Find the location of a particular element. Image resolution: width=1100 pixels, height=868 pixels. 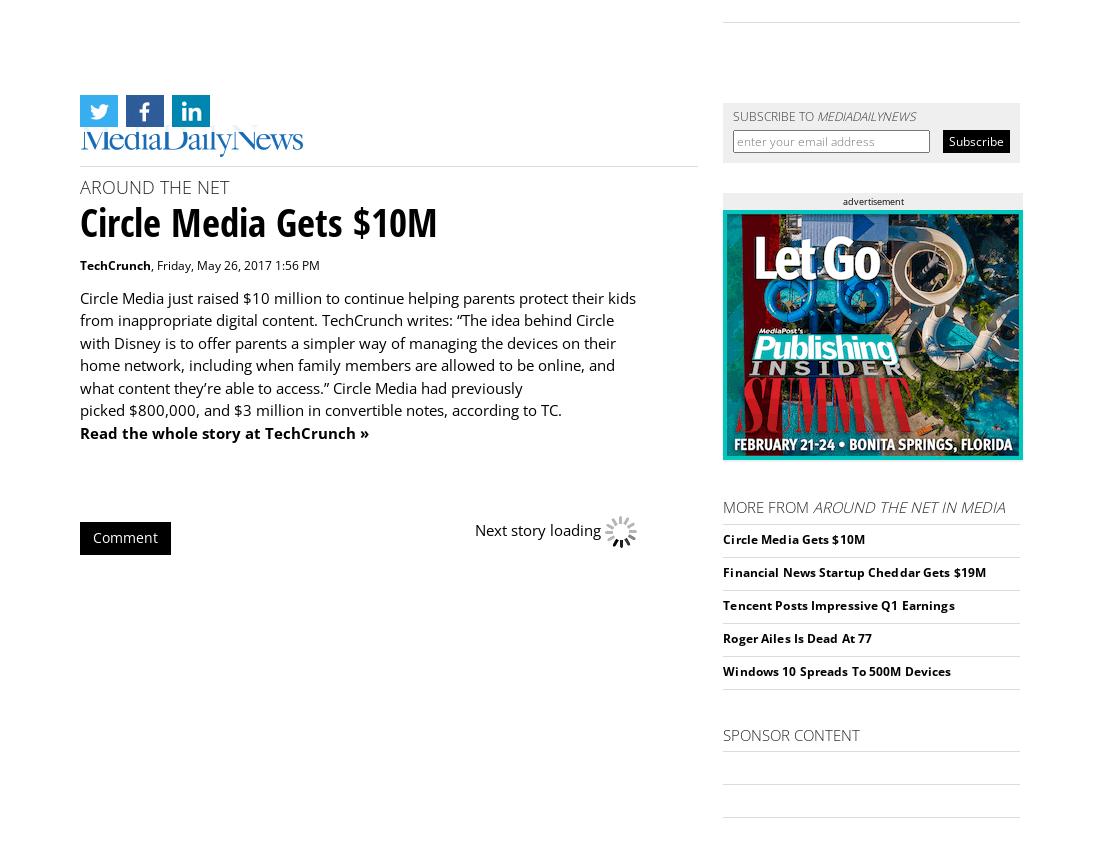

'Around the Net In Media' is located at coordinates (813, 506).